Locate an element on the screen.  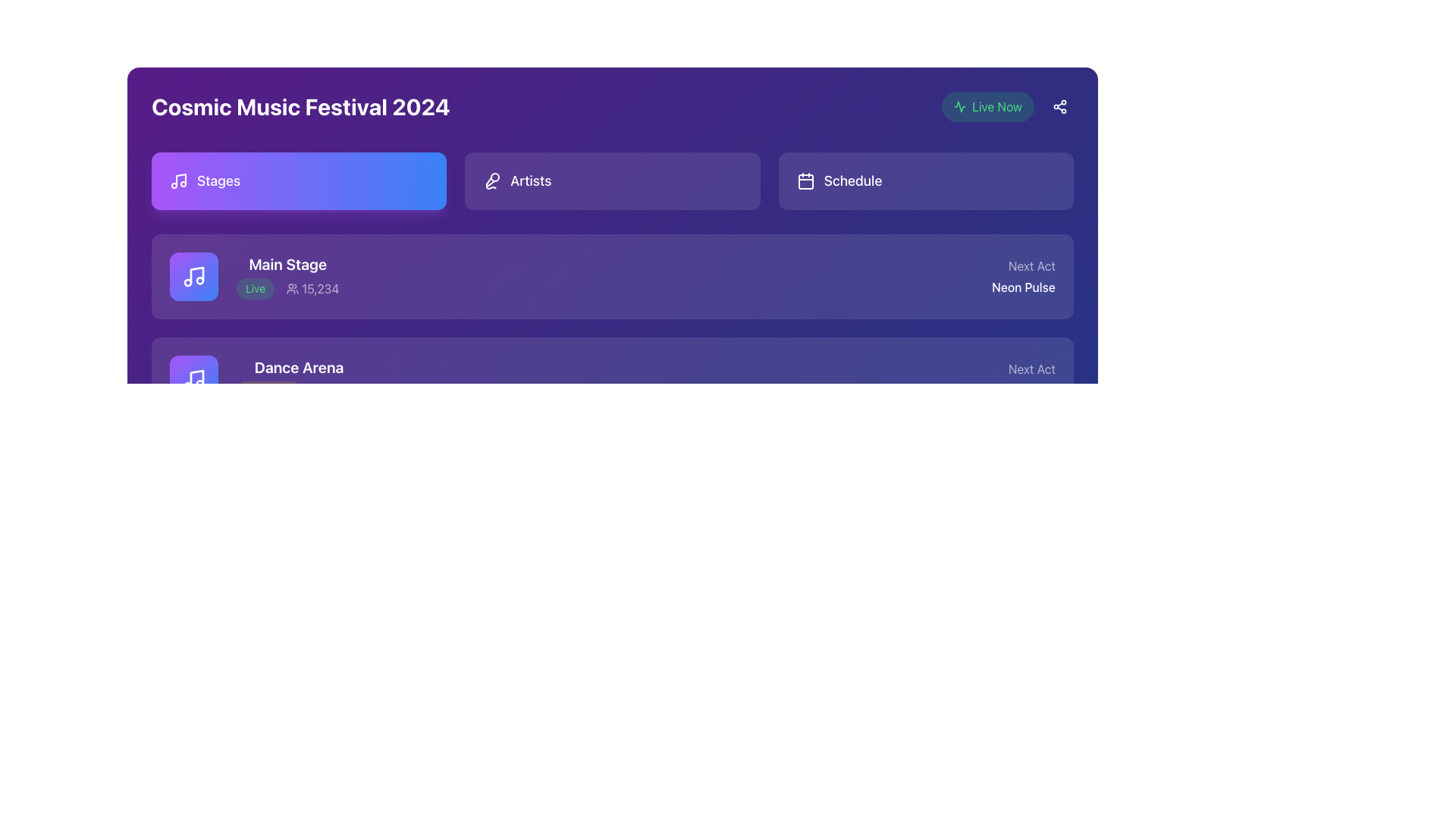
the microphone icon with white strokes inside a circle, located to the left of the 'Artists' text in the horizontal row of options near the top of the interface is located at coordinates (492, 180).